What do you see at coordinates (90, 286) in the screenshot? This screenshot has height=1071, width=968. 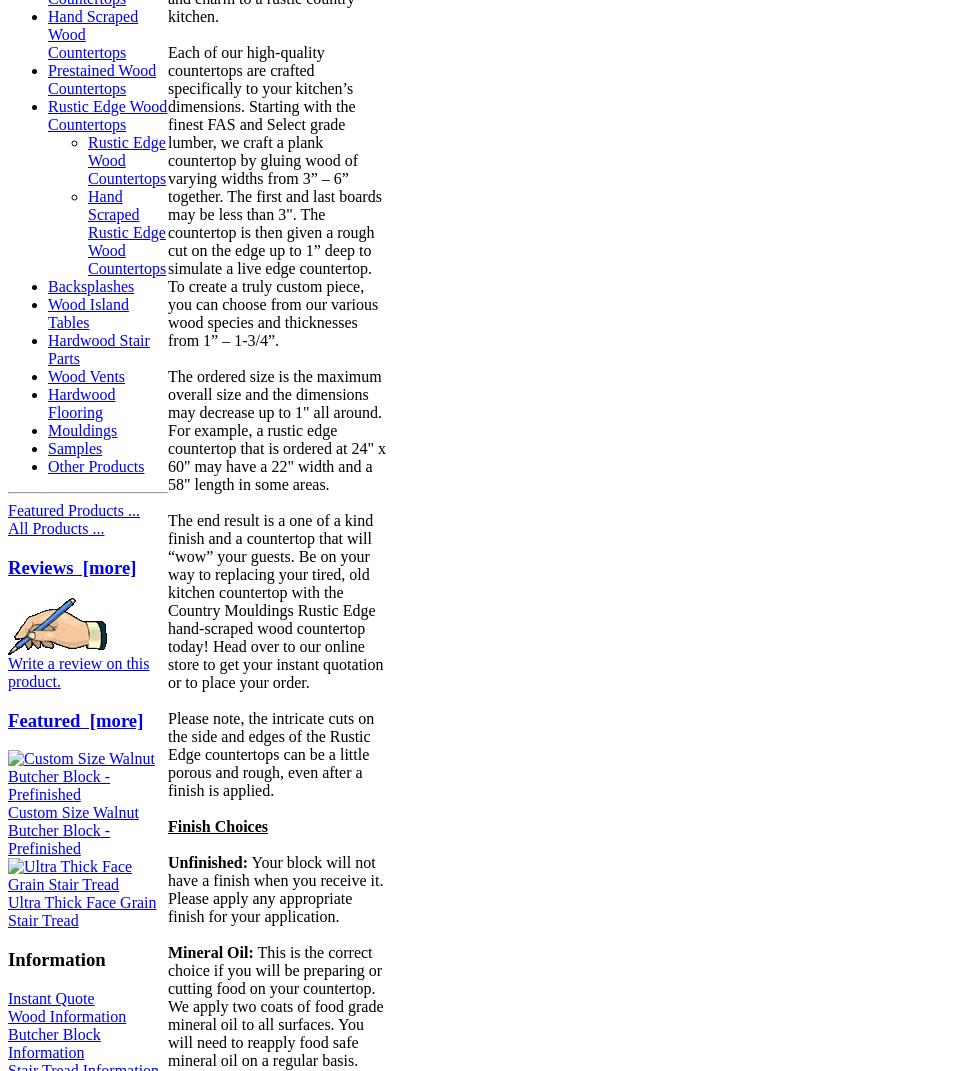 I see `'Backsplashes'` at bounding box center [90, 286].